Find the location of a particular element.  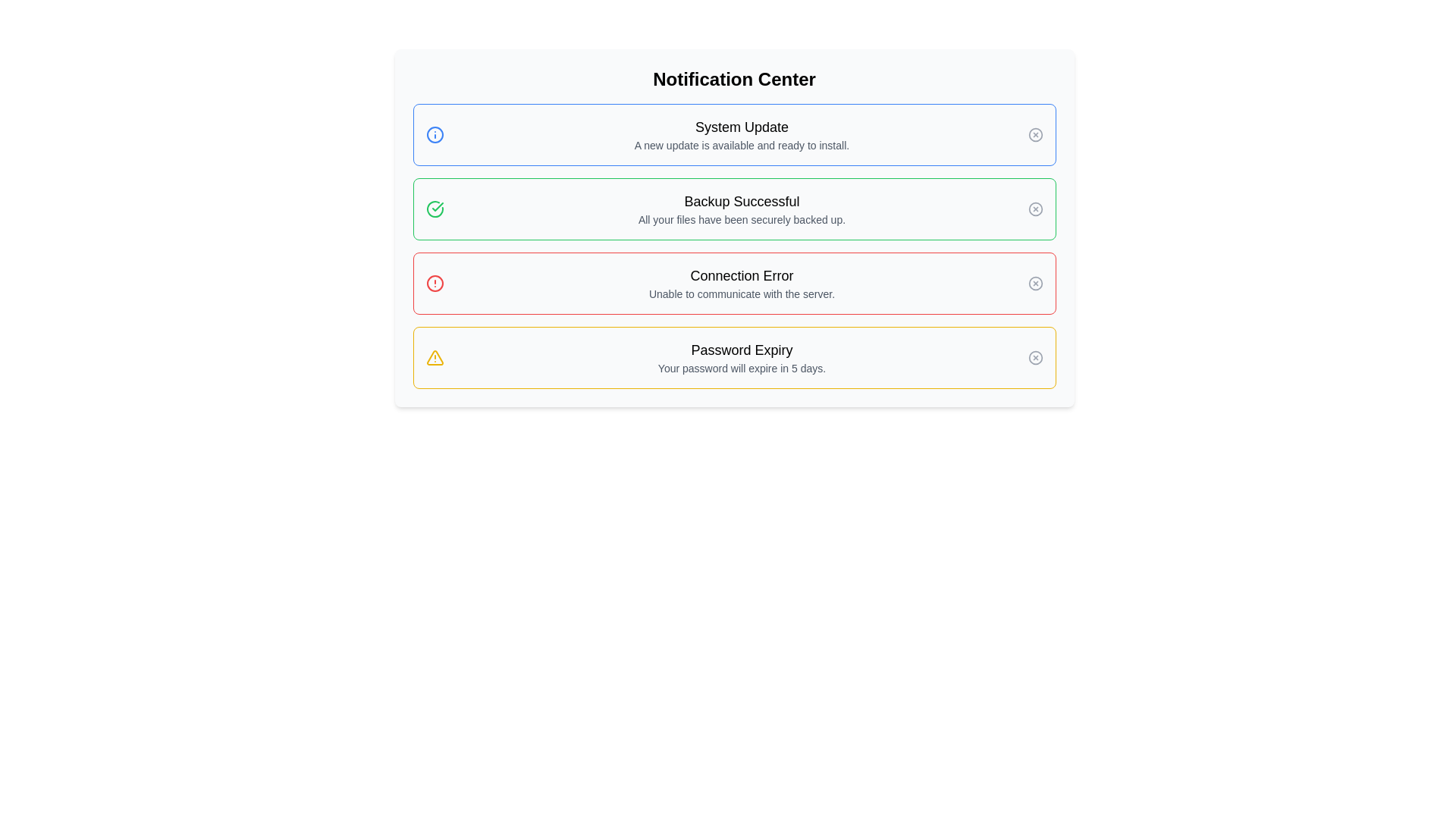

the text located in the second notification card of the Notification Center, positioned below the 'Backup Successful' text is located at coordinates (742, 219).